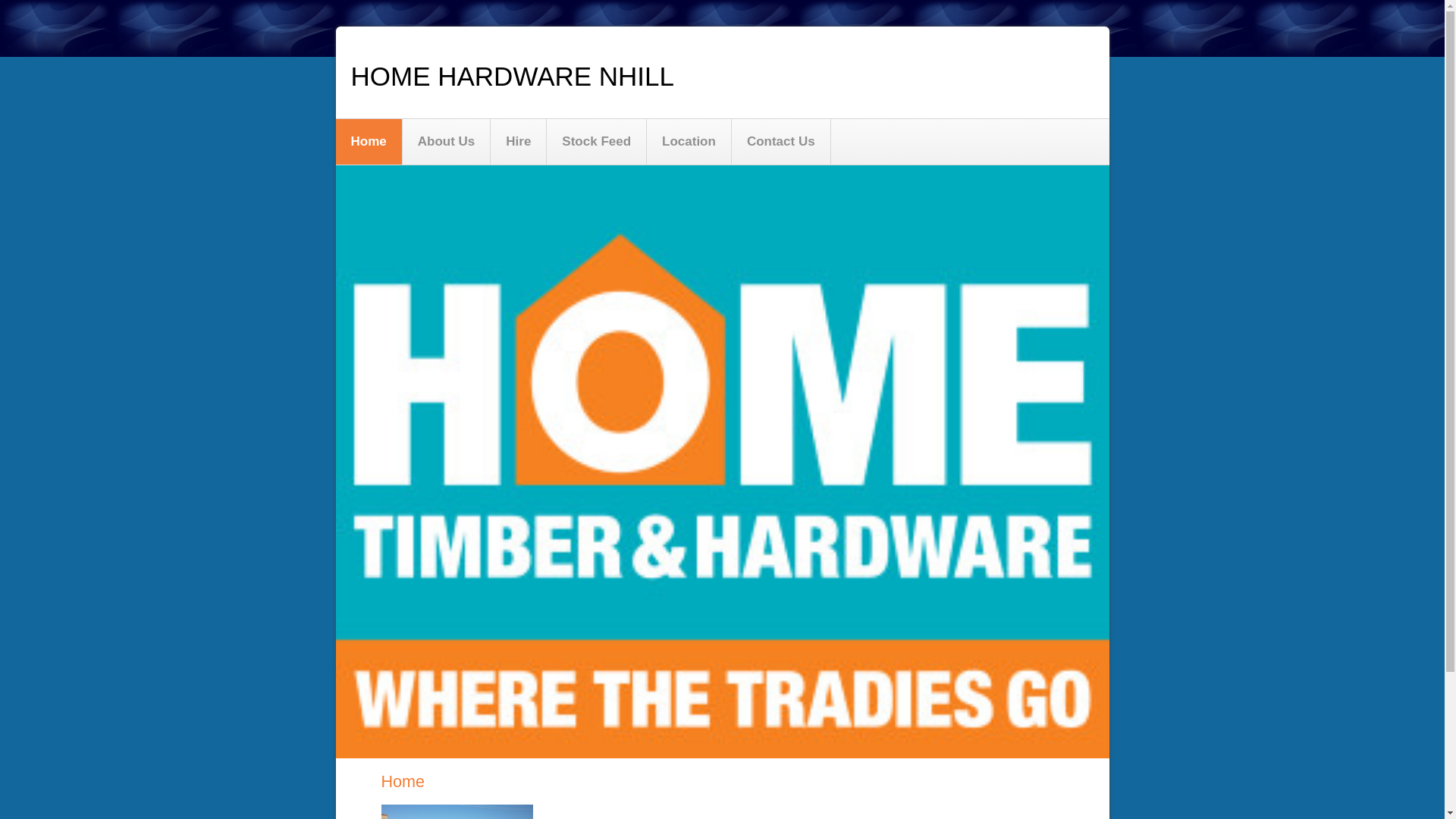 The width and height of the screenshot is (1456, 819). Describe the element at coordinates (596, 141) in the screenshot. I see `'Stock Feed'` at that location.